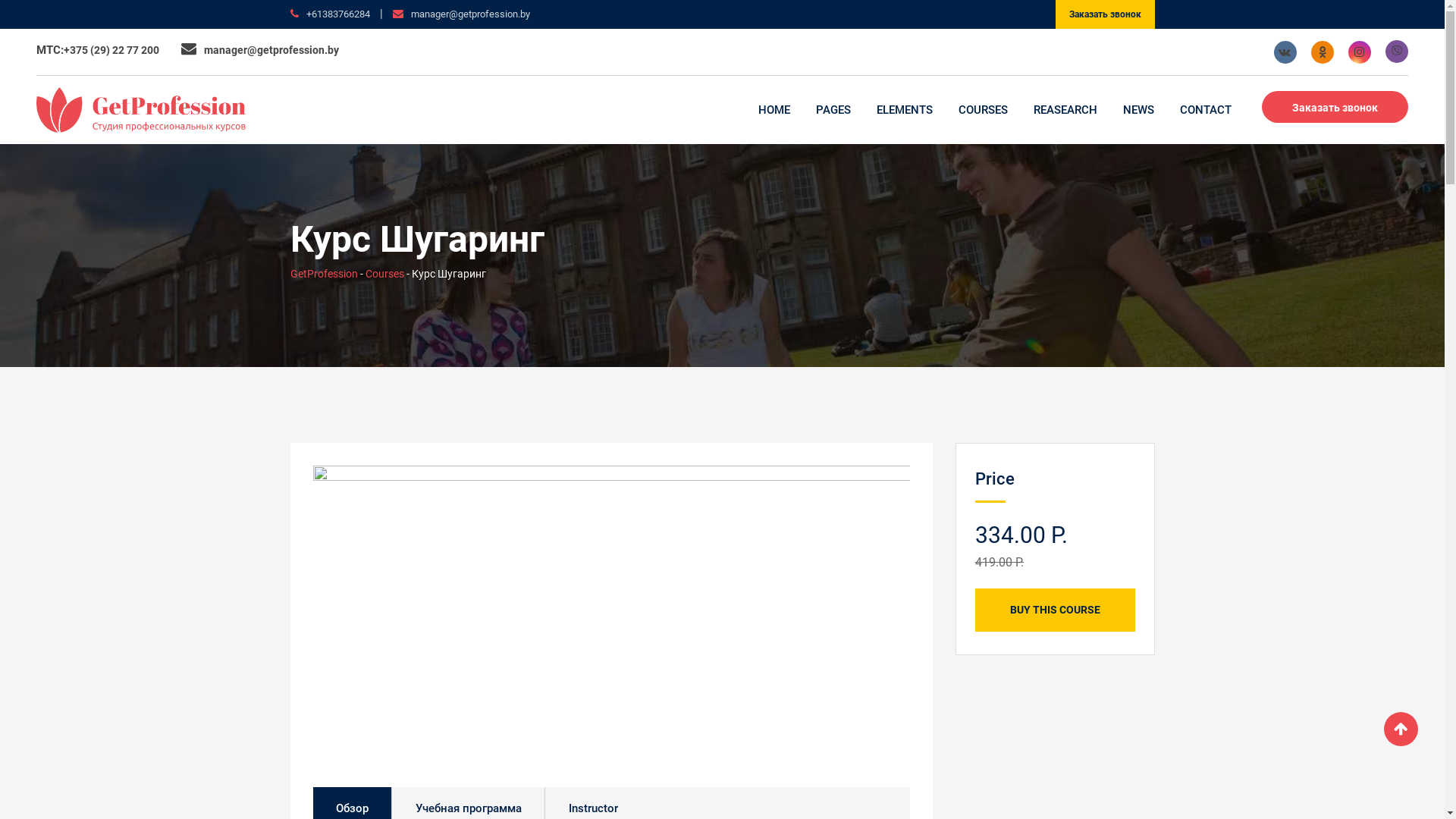  What do you see at coordinates (905, 109) in the screenshot?
I see `'ELEMENTS'` at bounding box center [905, 109].